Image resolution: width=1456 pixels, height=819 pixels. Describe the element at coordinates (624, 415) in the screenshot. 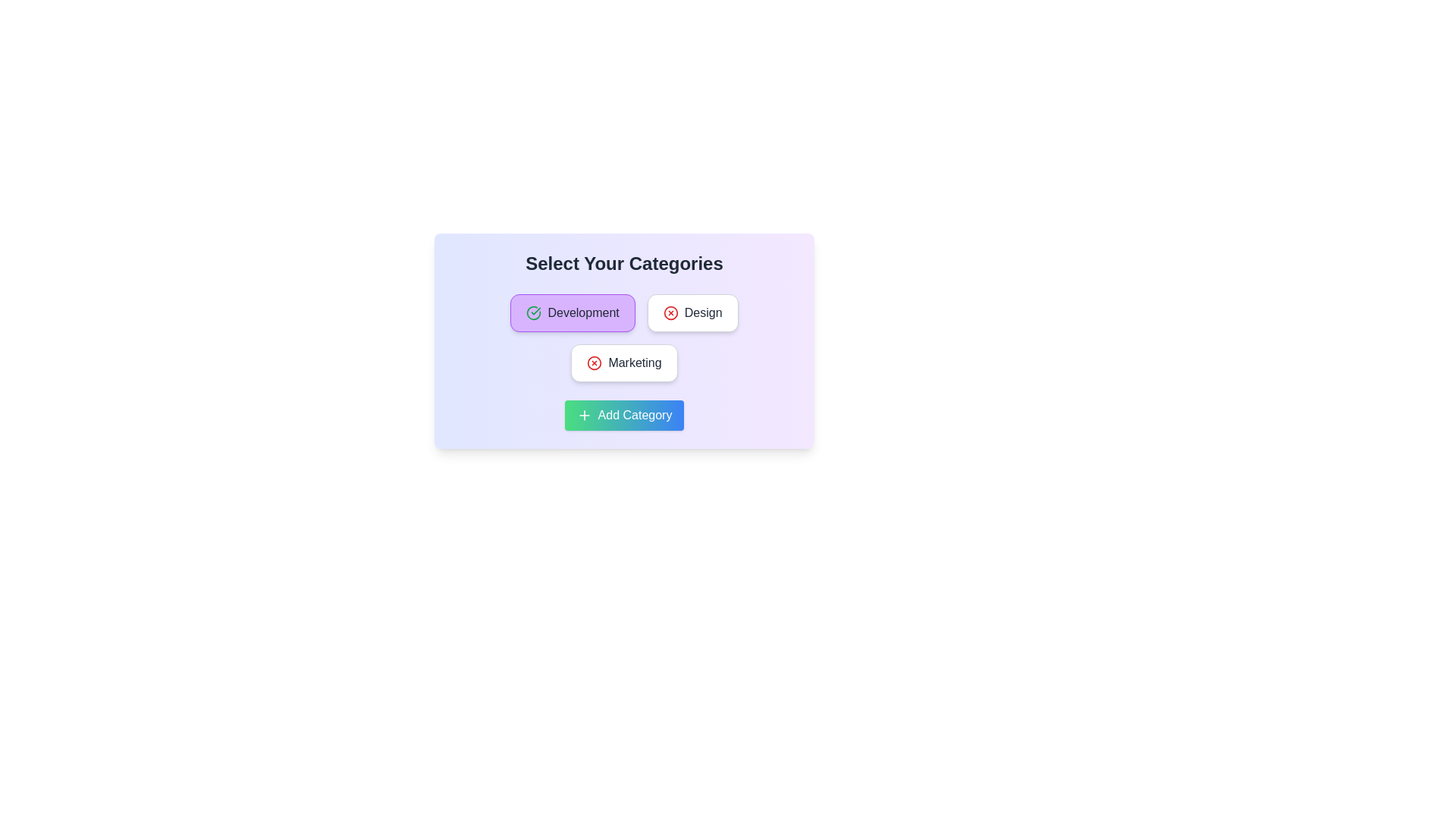

I see `the 'Add Category' button to add a new category` at that location.